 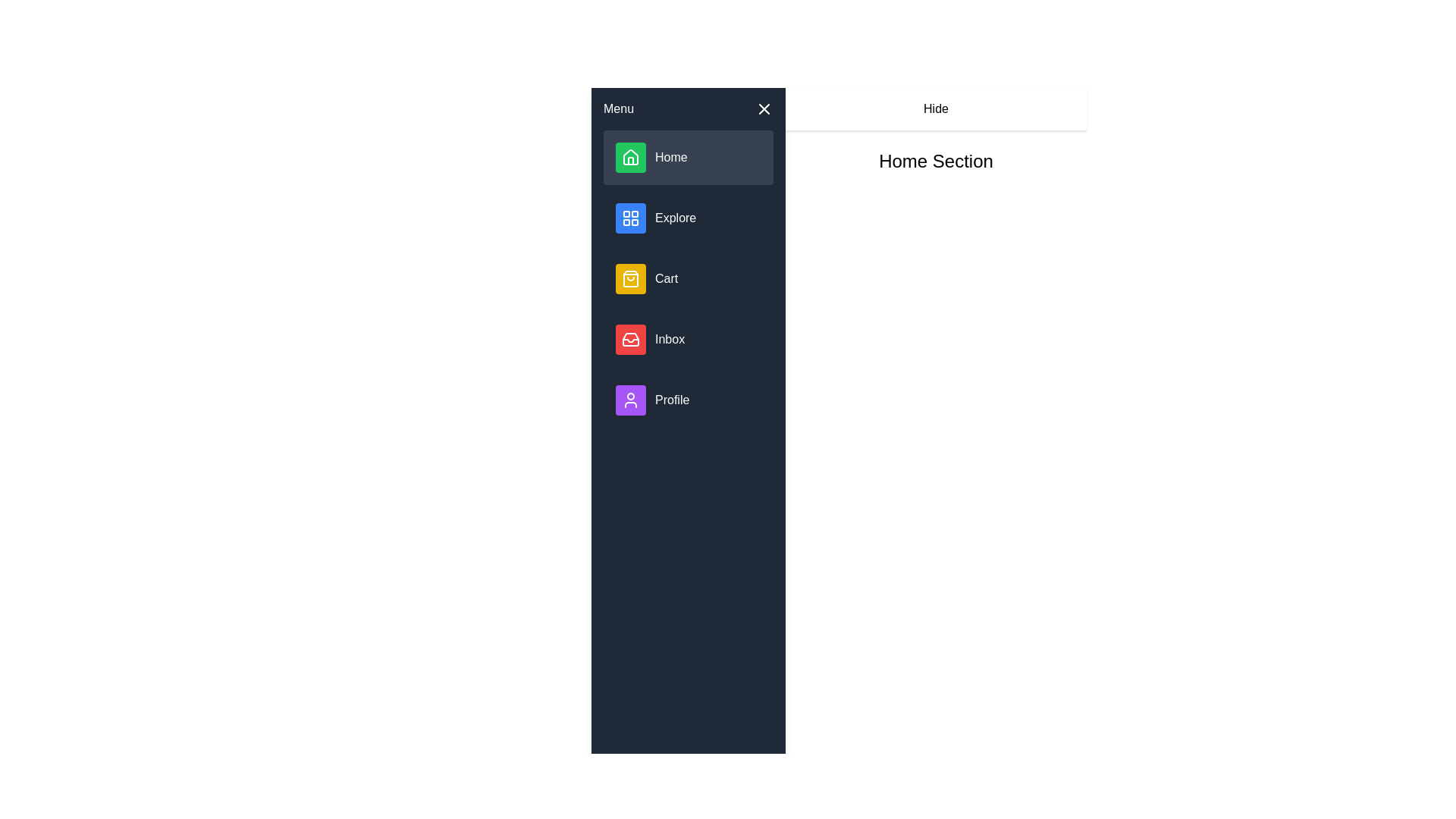 I want to click on the house-shaped icon within the green circular background, so click(x=630, y=158).